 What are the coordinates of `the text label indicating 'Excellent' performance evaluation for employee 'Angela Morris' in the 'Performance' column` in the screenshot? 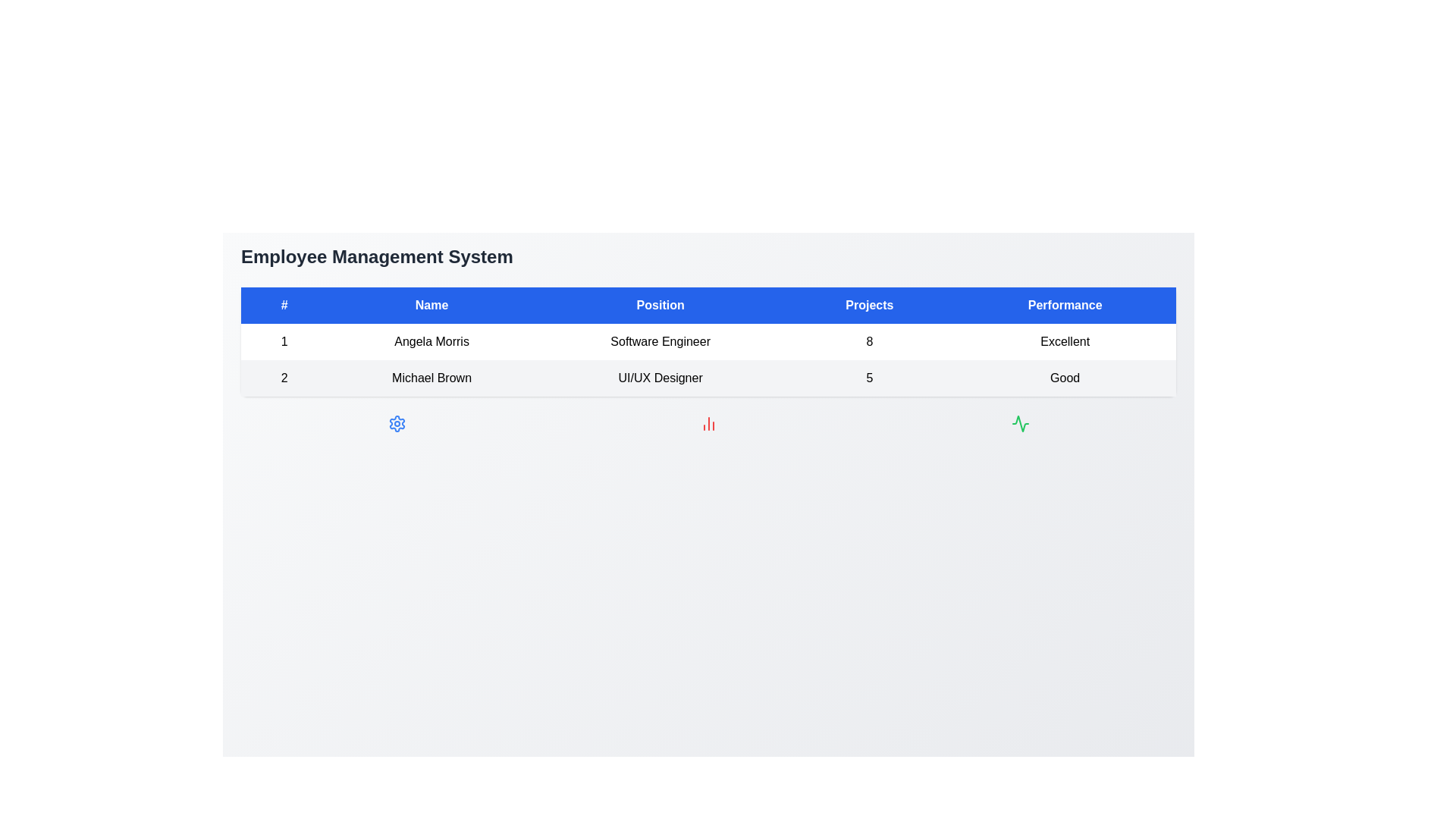 It's located at (1064, 342).